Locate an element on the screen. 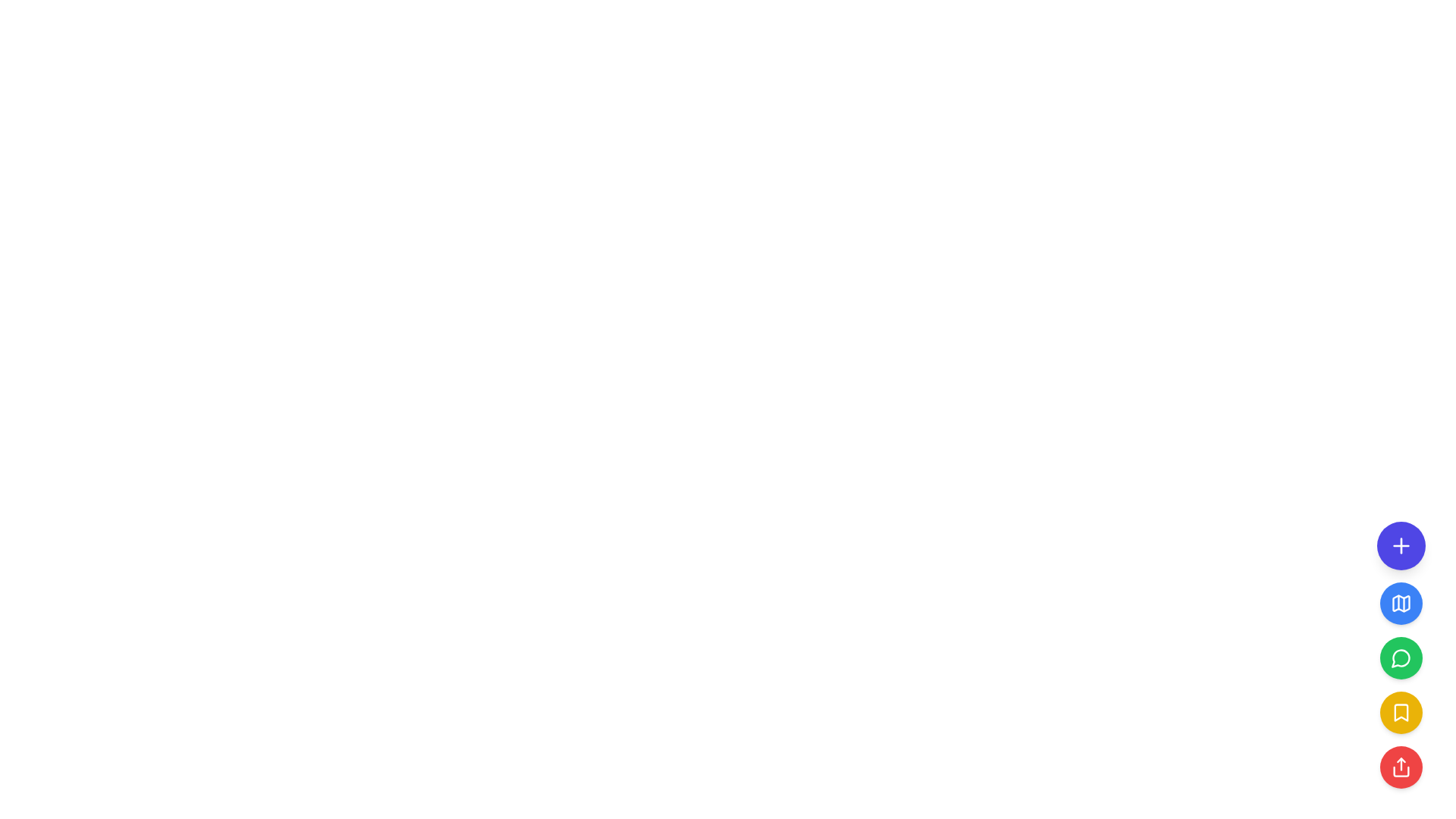 The width and height of the screenshot is (1456, 819). the circular purple button with a white '+' icon is located at coordinates (1401, 546).